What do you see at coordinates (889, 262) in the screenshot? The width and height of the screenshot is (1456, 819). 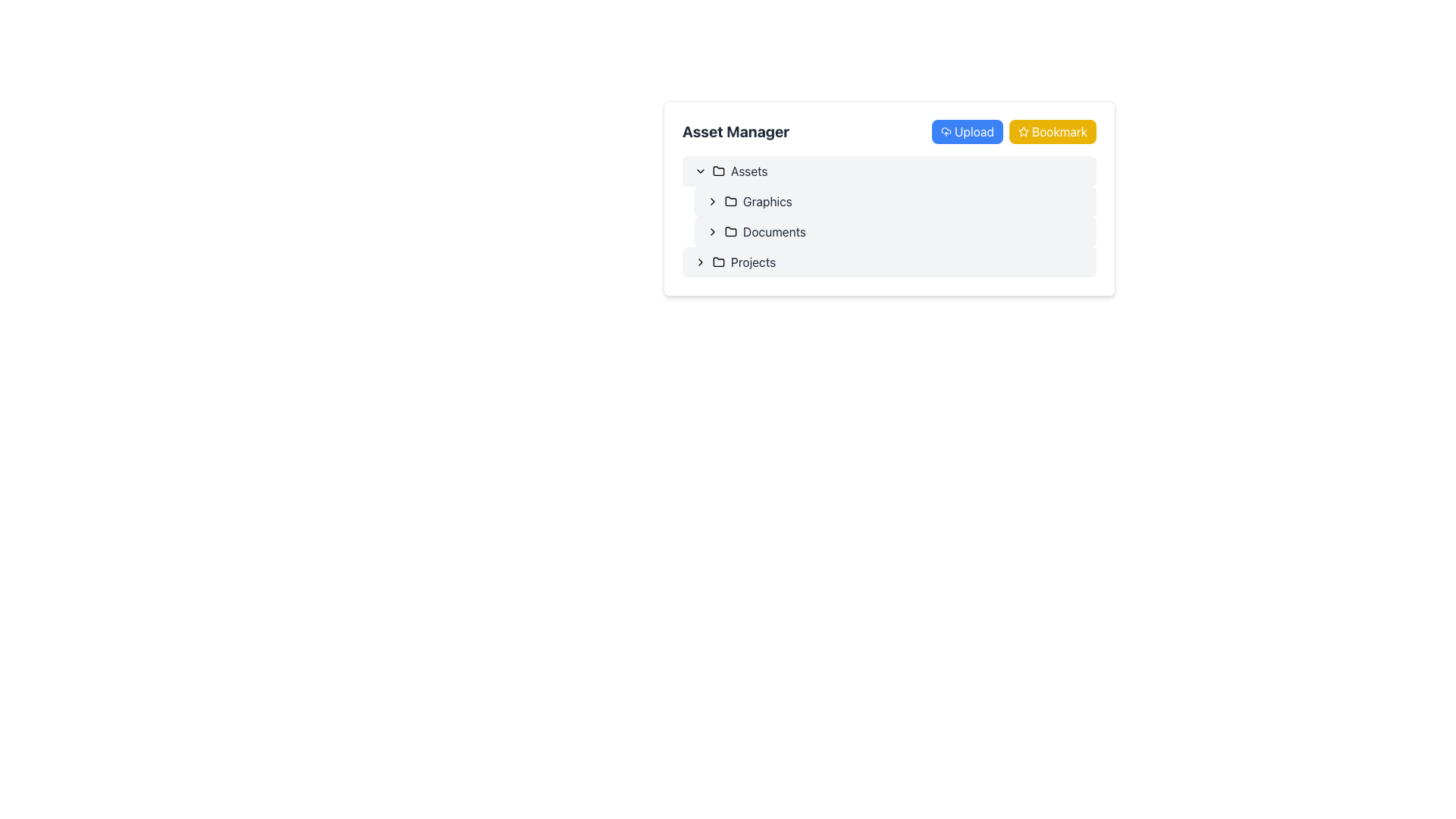 I see `the 'Projects' button, which is the last item in the 'Asset Manager' panel` at bounding box center [889, 262].